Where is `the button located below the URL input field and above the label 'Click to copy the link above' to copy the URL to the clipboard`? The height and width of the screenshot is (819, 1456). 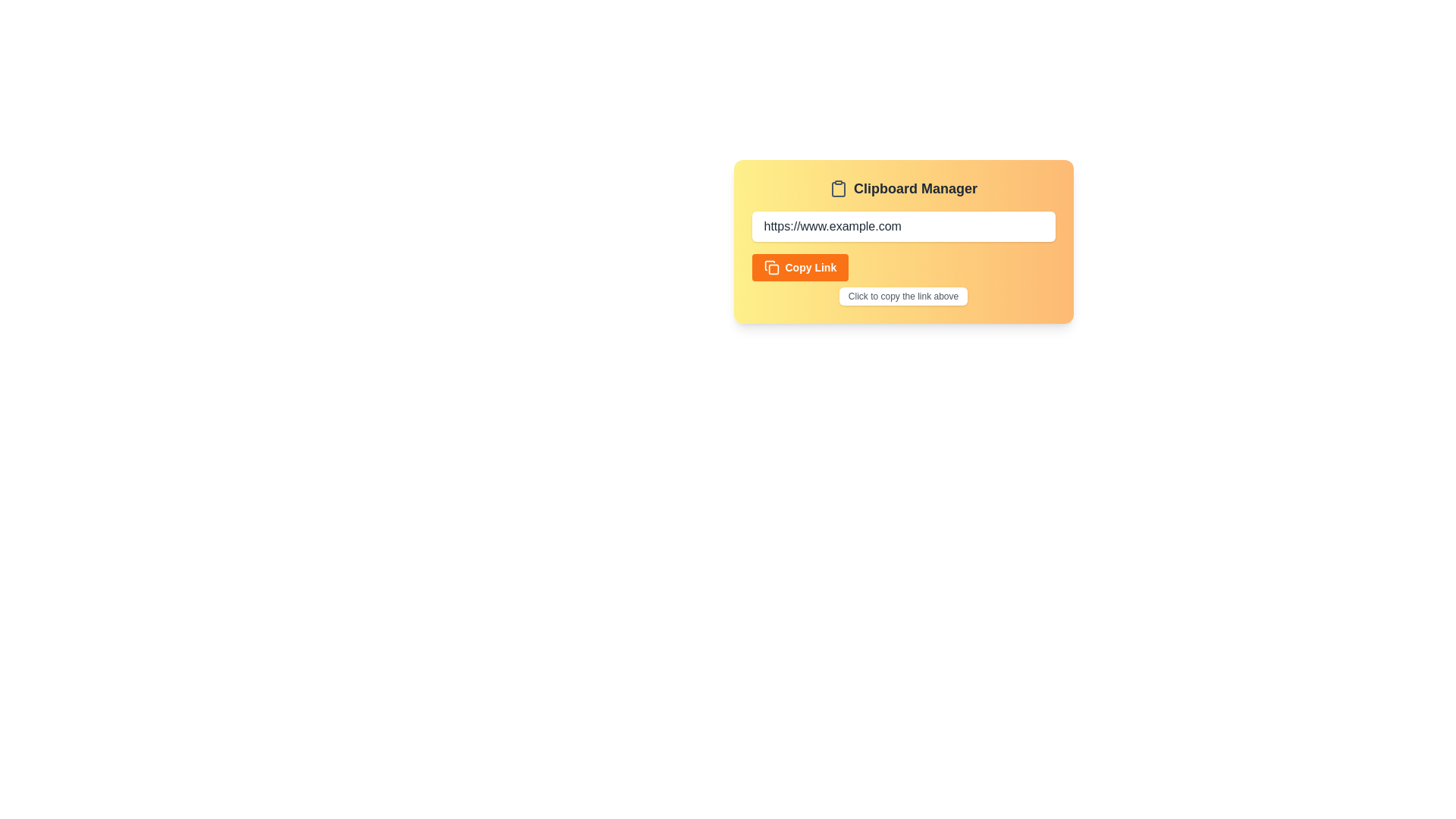 the button located below the URL input field and above the label 'Click to copy the link above' to copy the URL to the clipboard is located at coordinates (799, 267).